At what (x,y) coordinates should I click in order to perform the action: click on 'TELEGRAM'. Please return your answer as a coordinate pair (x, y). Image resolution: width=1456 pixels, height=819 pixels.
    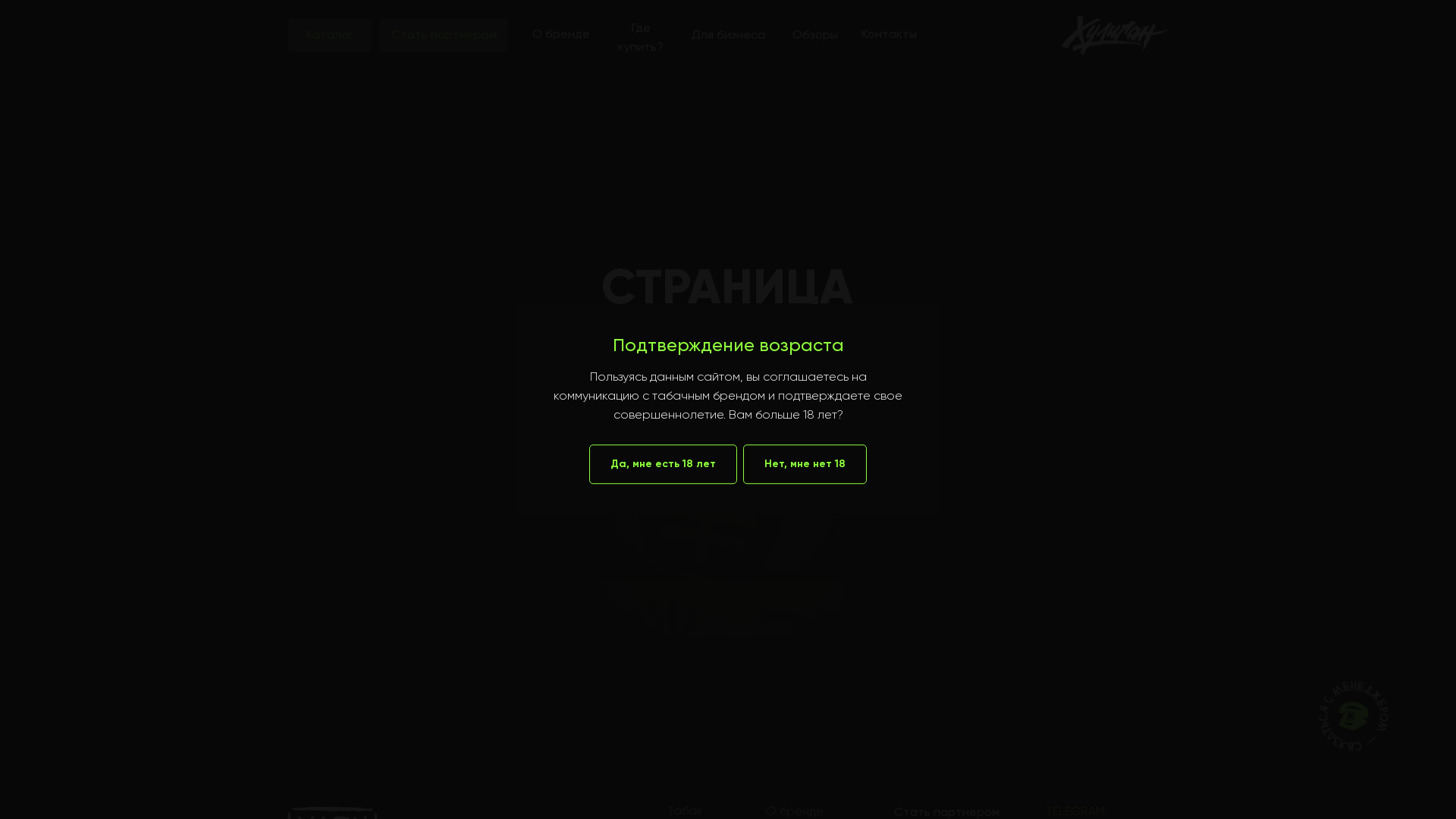
    Looking at the image, I should click on (1074, 811).